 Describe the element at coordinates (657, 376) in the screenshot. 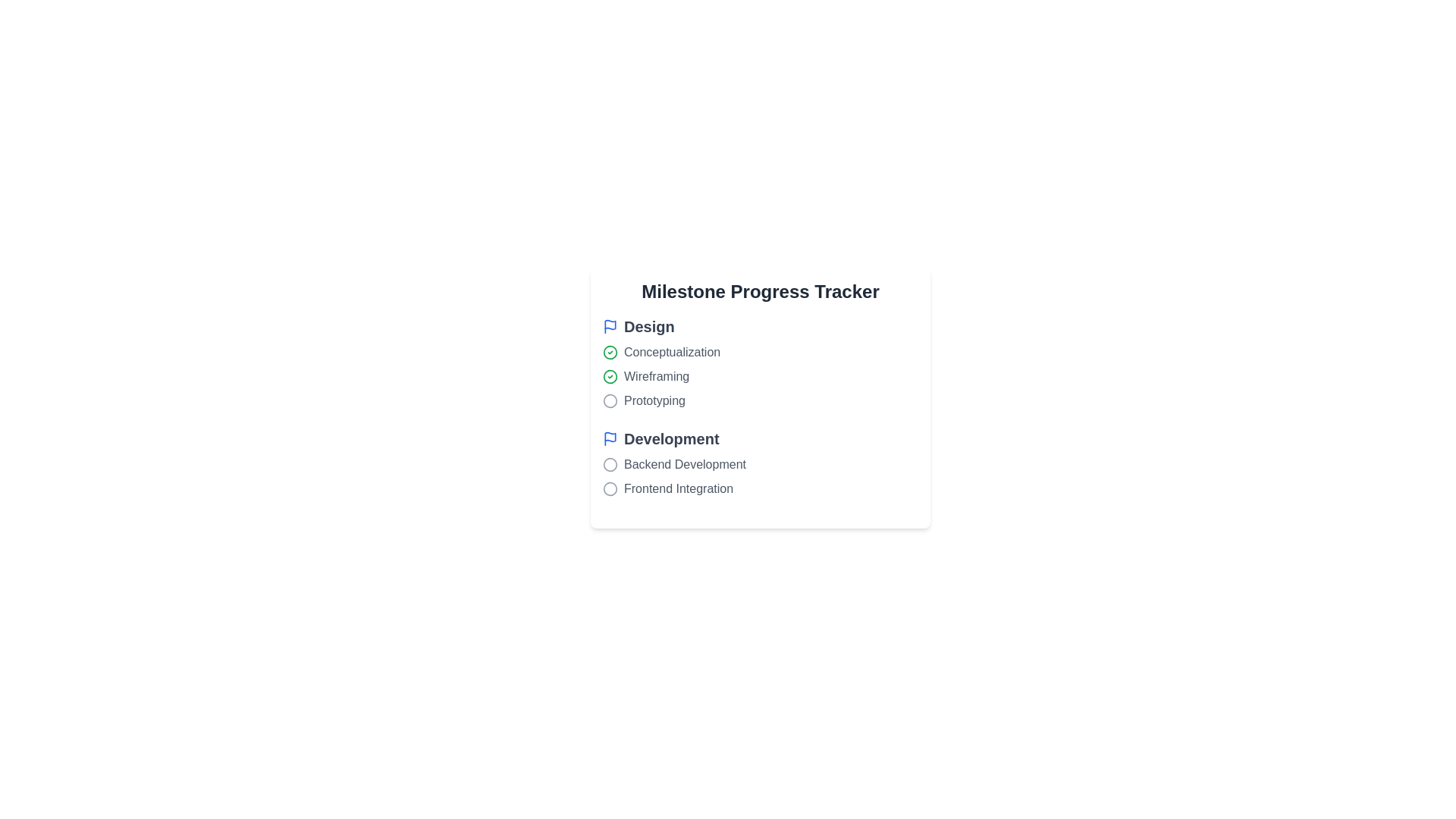

I see `the informational label displaying the milestone 'Wireframing', which is the second list item under the 'Design' category in the milestone tracker` at that location.